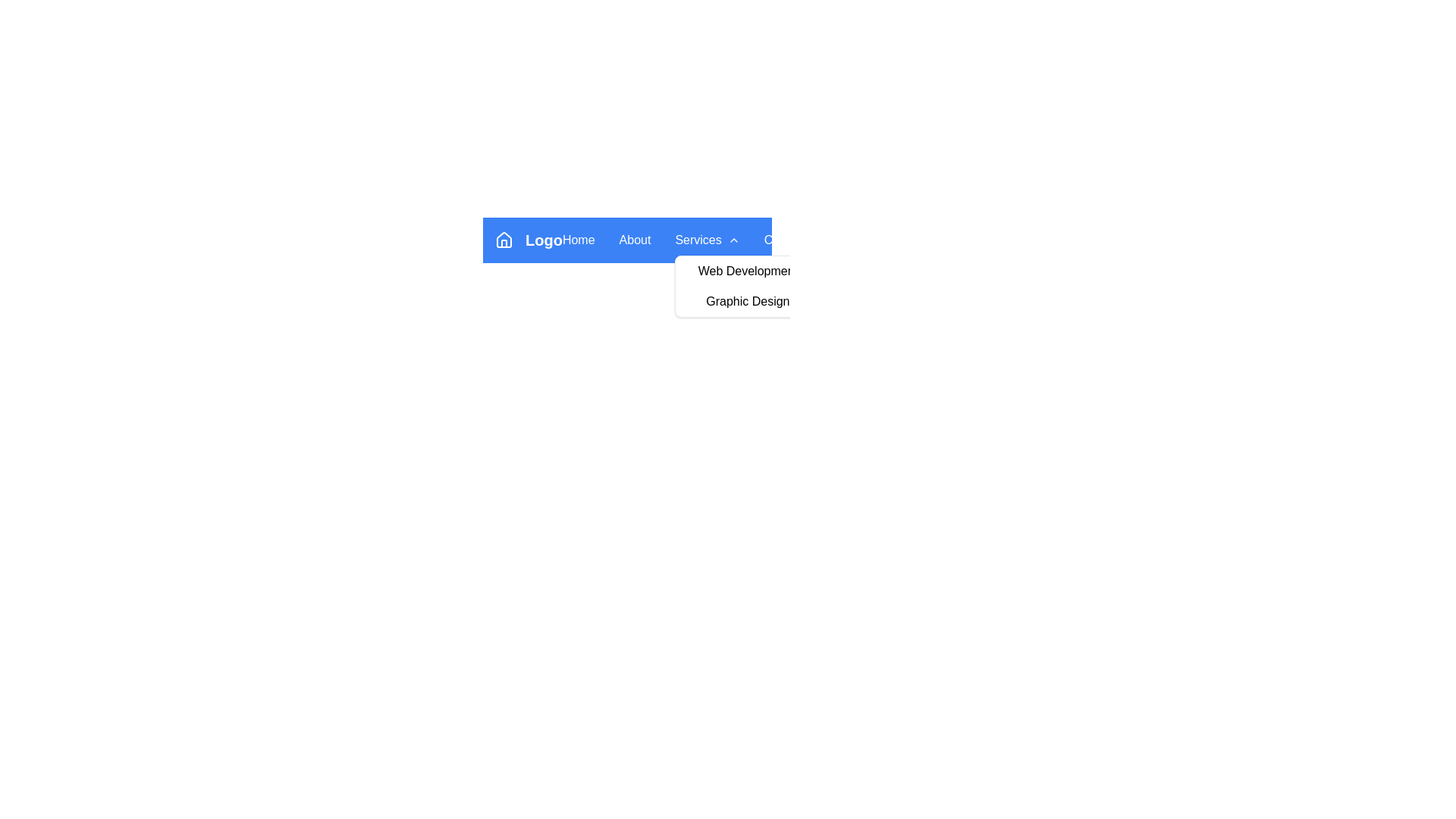  What do you see at coordinates (707, 239) in the screenshot?
I see `the 'Services' dropdown menu trigger located in the center of the top navigation bar` at bounding box center [707, 239].